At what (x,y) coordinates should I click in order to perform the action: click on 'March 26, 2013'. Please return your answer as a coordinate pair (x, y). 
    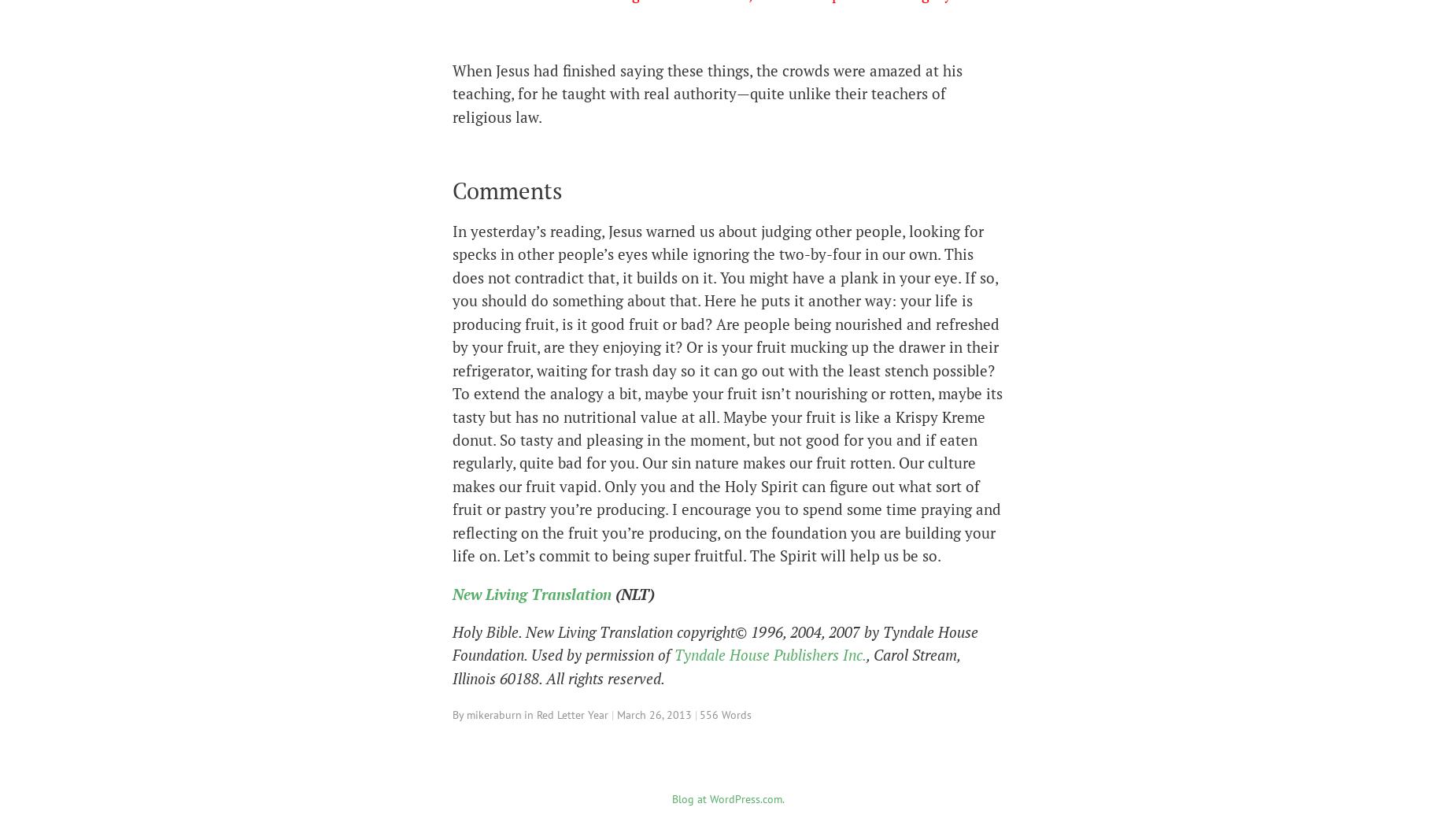
    Looking at the image, I should click on (653, 714).